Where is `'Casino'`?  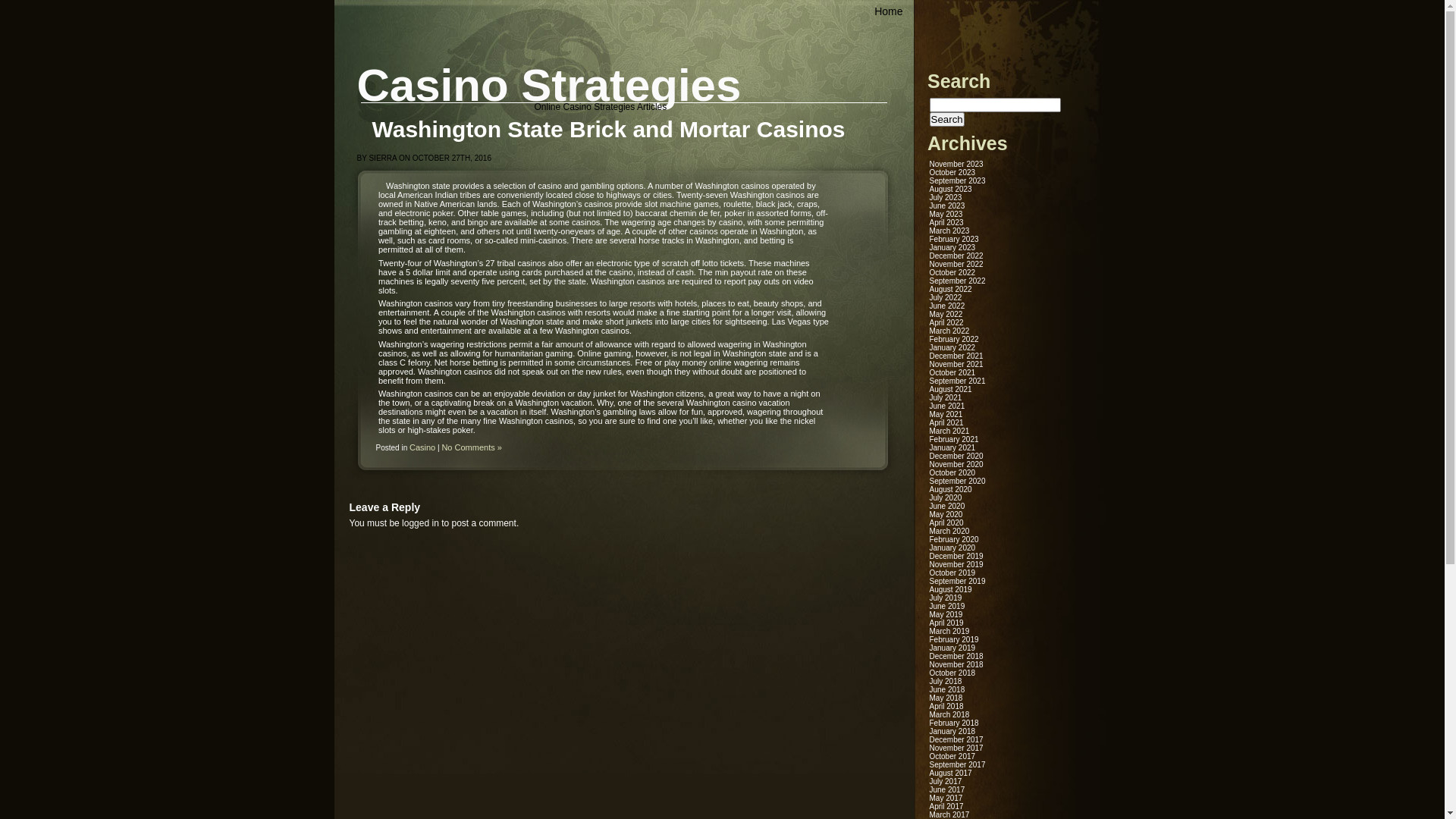 'Casino' is located at coordinates (422, 447).